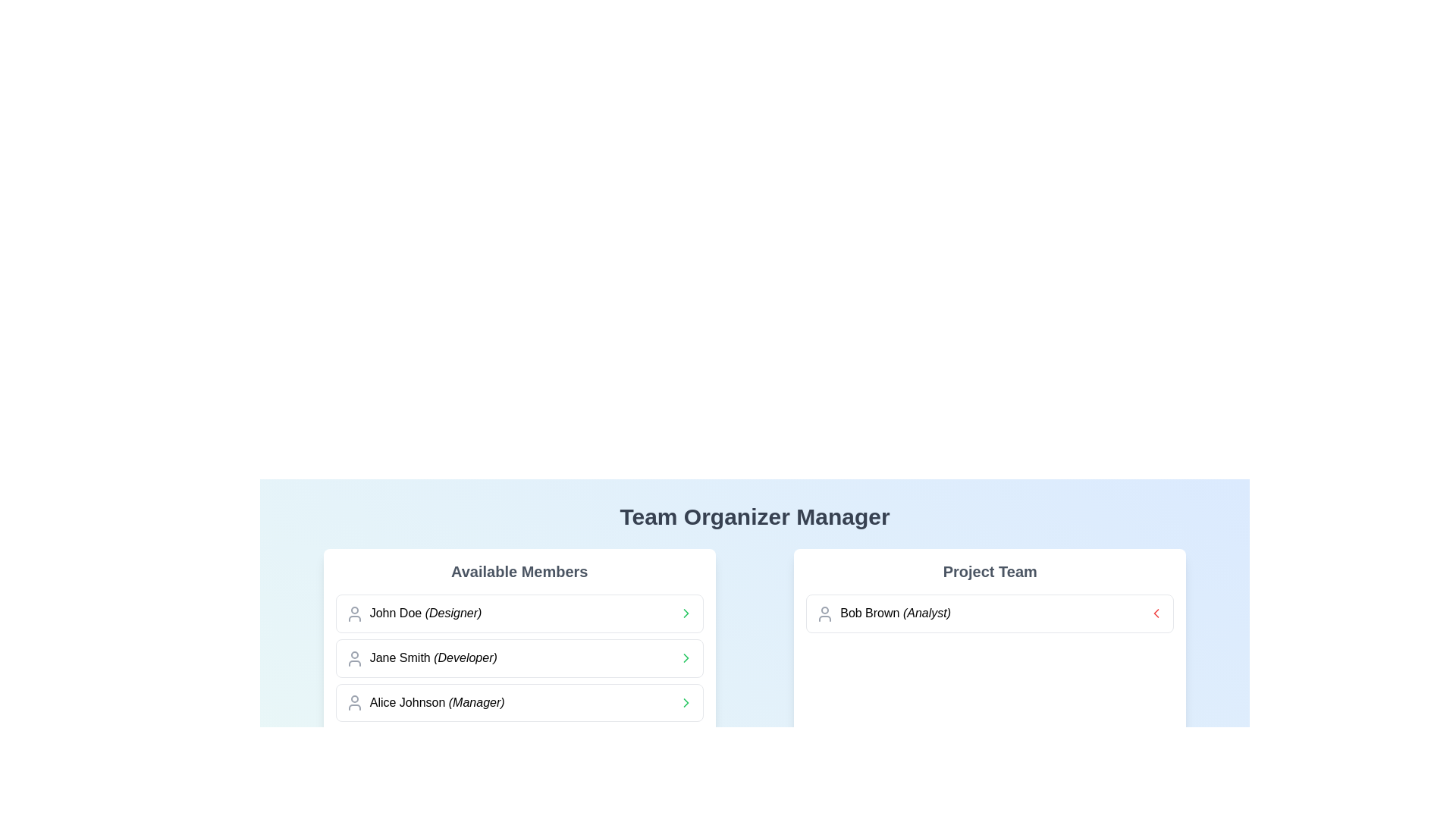 This screenshot has height=819, width=1456. I want to click on the text label '(Designer)' that is aligned to the right of 'John Doe', so click(453, 611).